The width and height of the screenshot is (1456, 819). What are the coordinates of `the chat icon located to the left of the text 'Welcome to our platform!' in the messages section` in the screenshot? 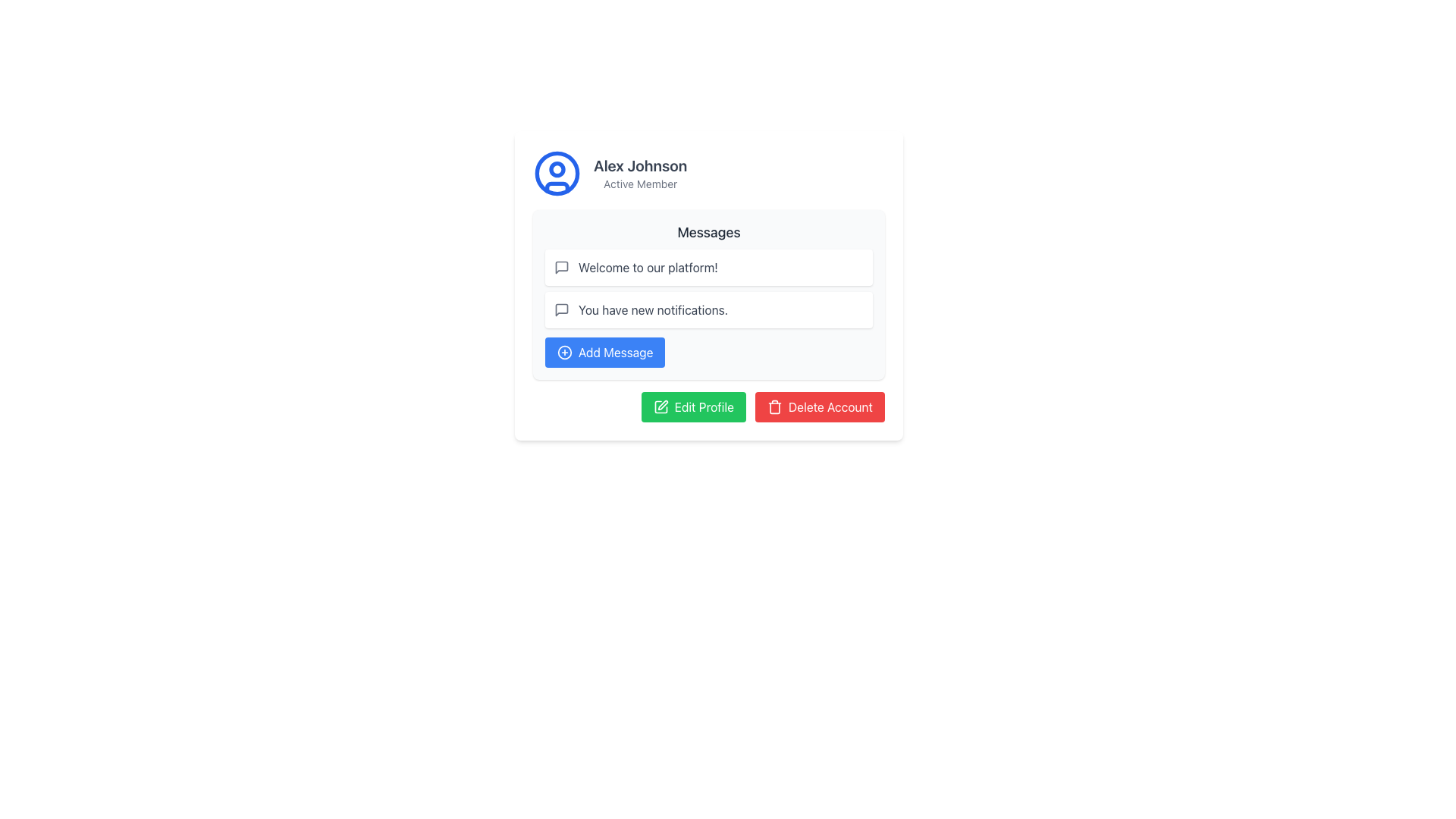 It's located at (560, 309).